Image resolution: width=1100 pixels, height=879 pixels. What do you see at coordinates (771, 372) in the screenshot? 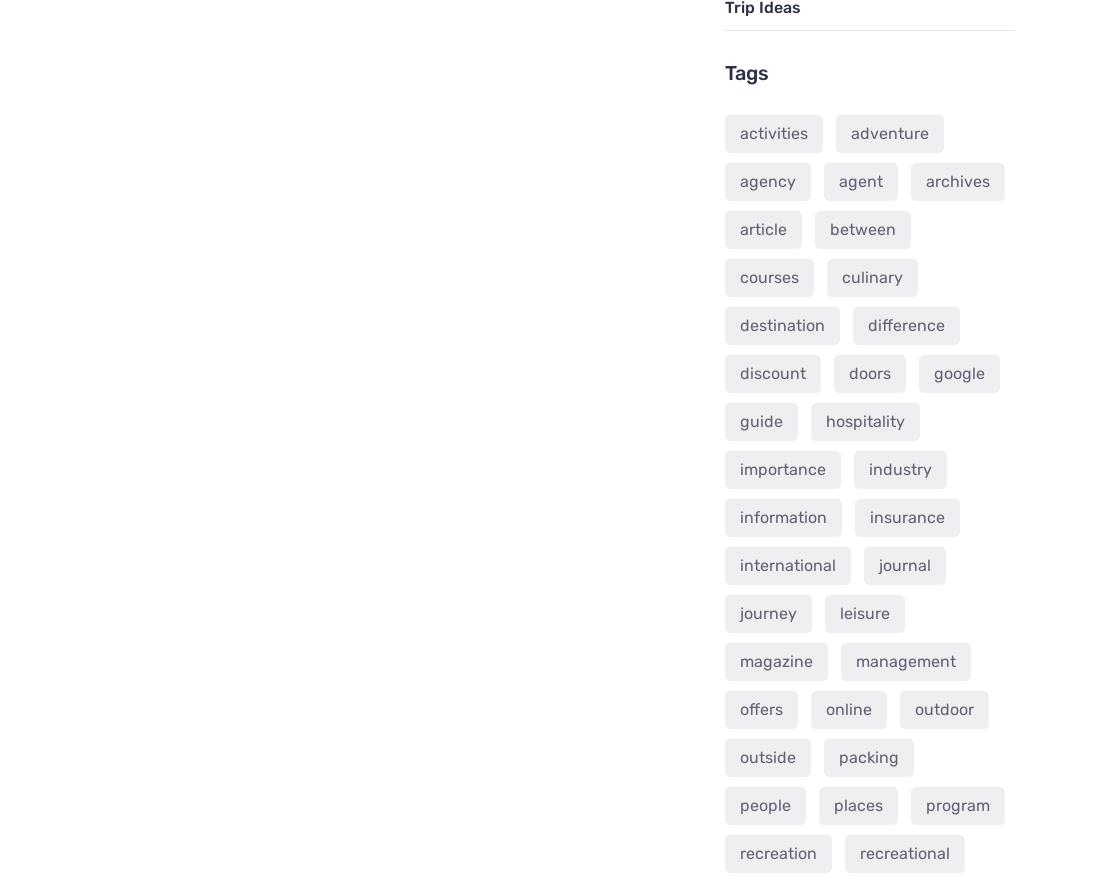
I see `'discount'` at bounding box center [771, 372].